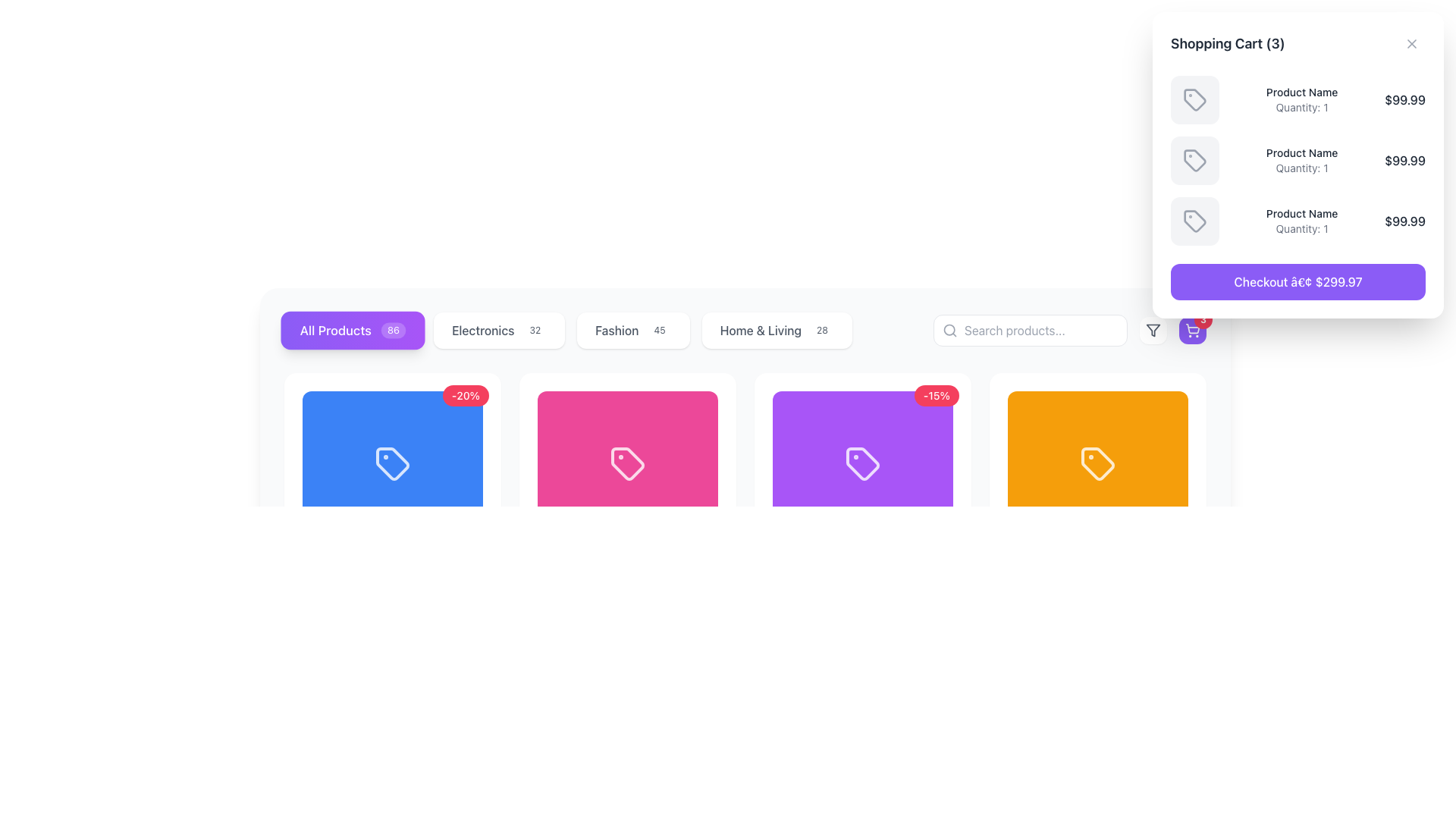  I want to click on the text display that shows the product's name and quantity, which is the second item in the shopping cart listing, located to the right of a box icon and to the left of a price label displaying '$99.99', so click(1301, 161).